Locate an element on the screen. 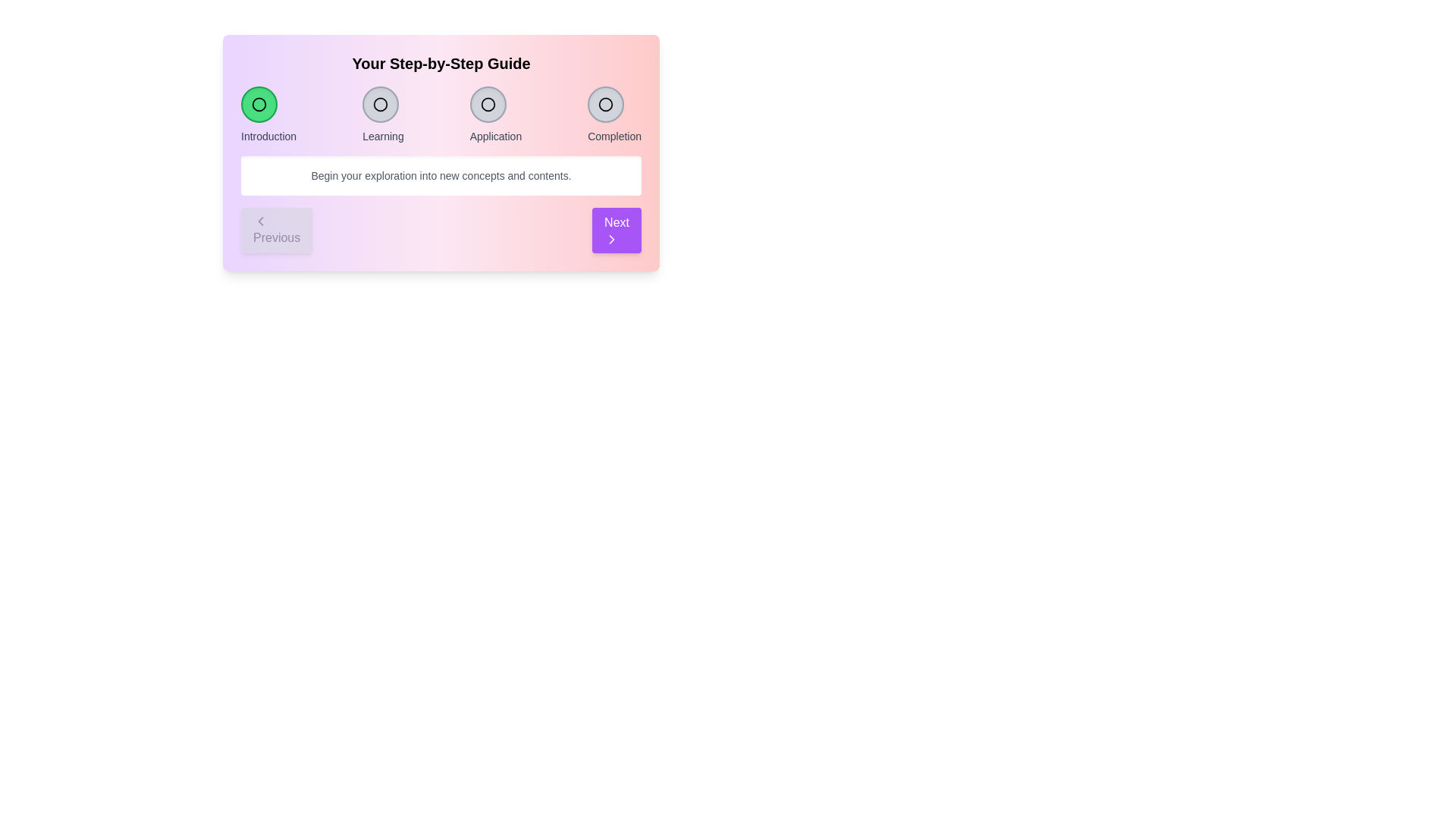 This screenshot has width=1456, height=819. the text label displaying 'Learning', which is styled in gray and positioned beneath an icon in the second step of a progress guide is located at coordinates (383, 136).